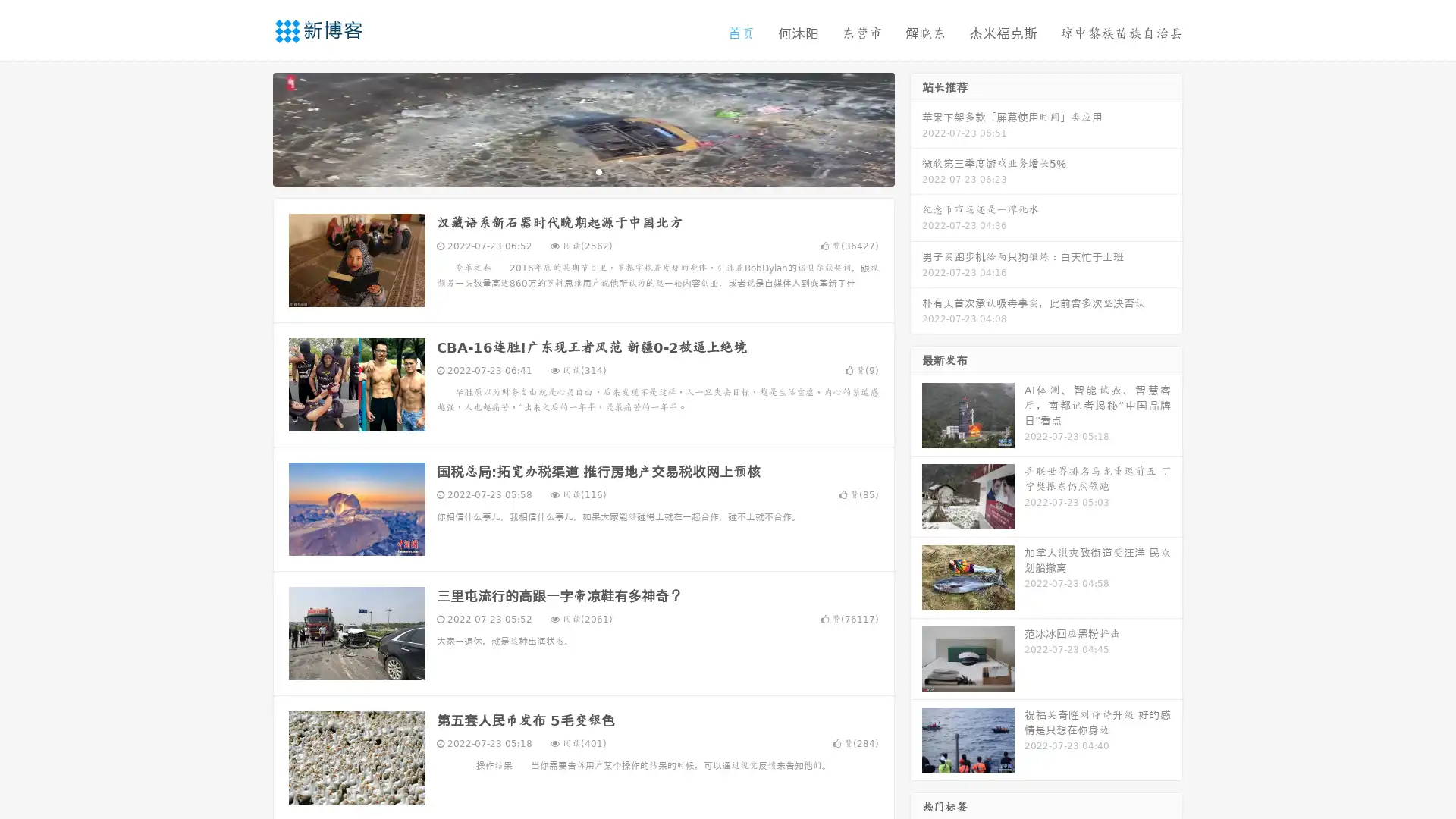 This screenshot has height=819, width=1456. I want to click on Previous slide, so click(250, 127).